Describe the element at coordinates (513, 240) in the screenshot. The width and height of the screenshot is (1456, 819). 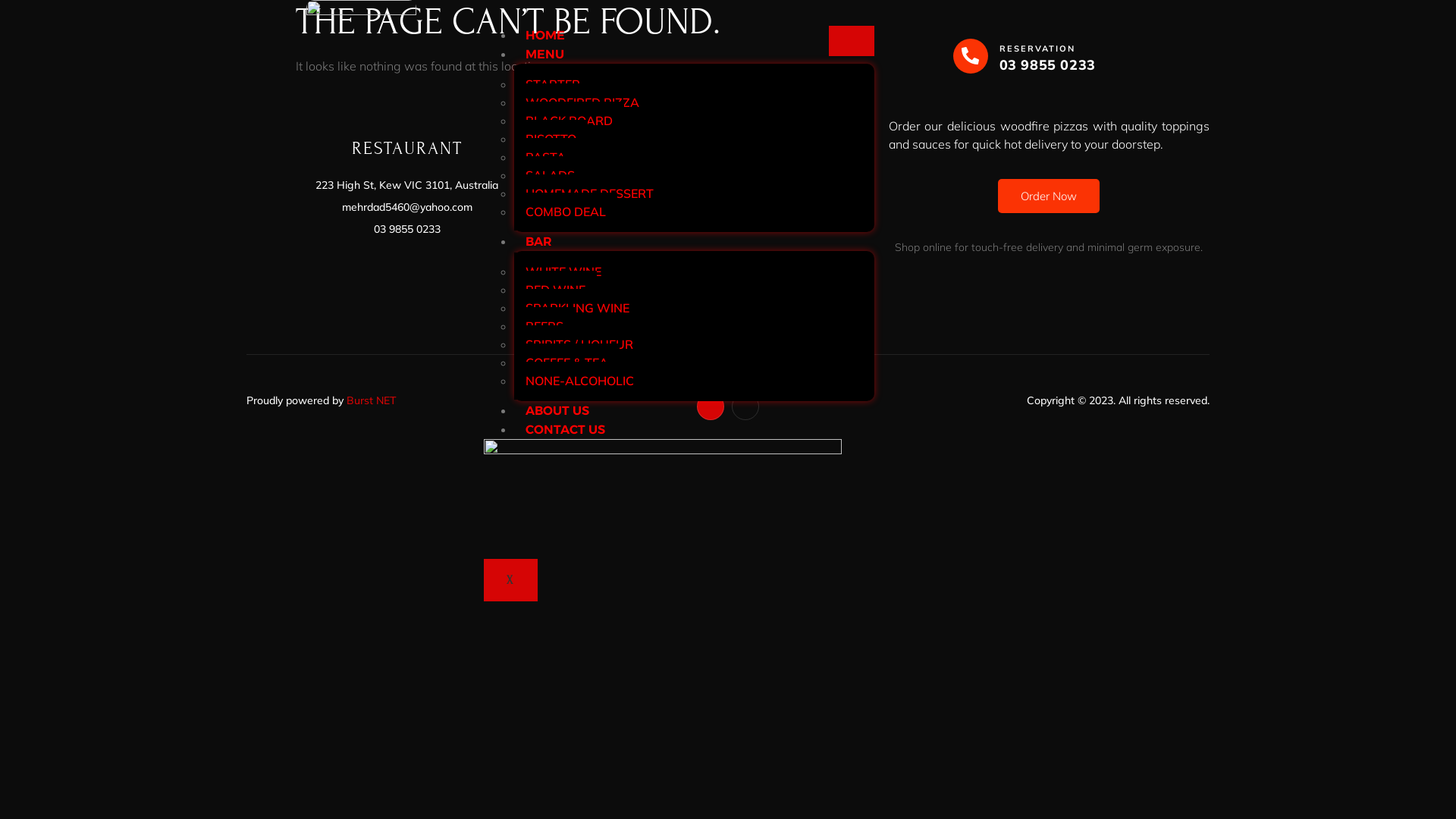
I see `'BAR'` at that location.